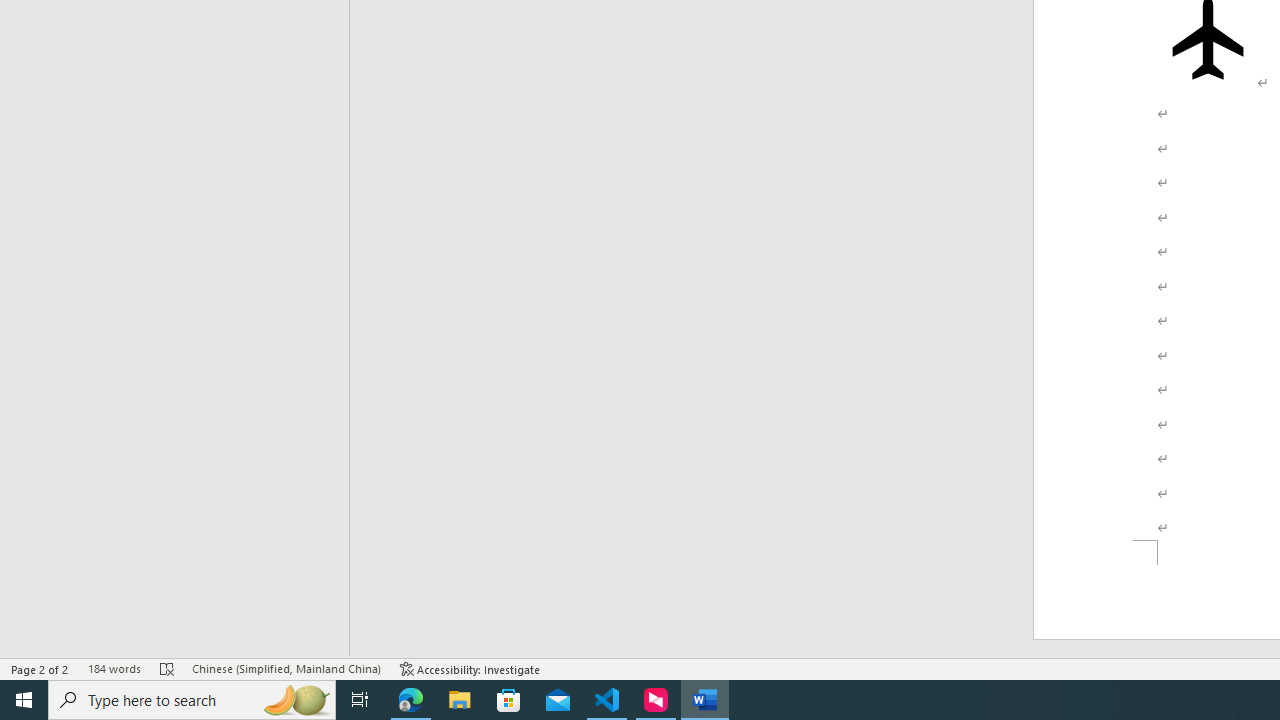  I want to click on 'Page Number Page 2 of 2', so click(40, 669).